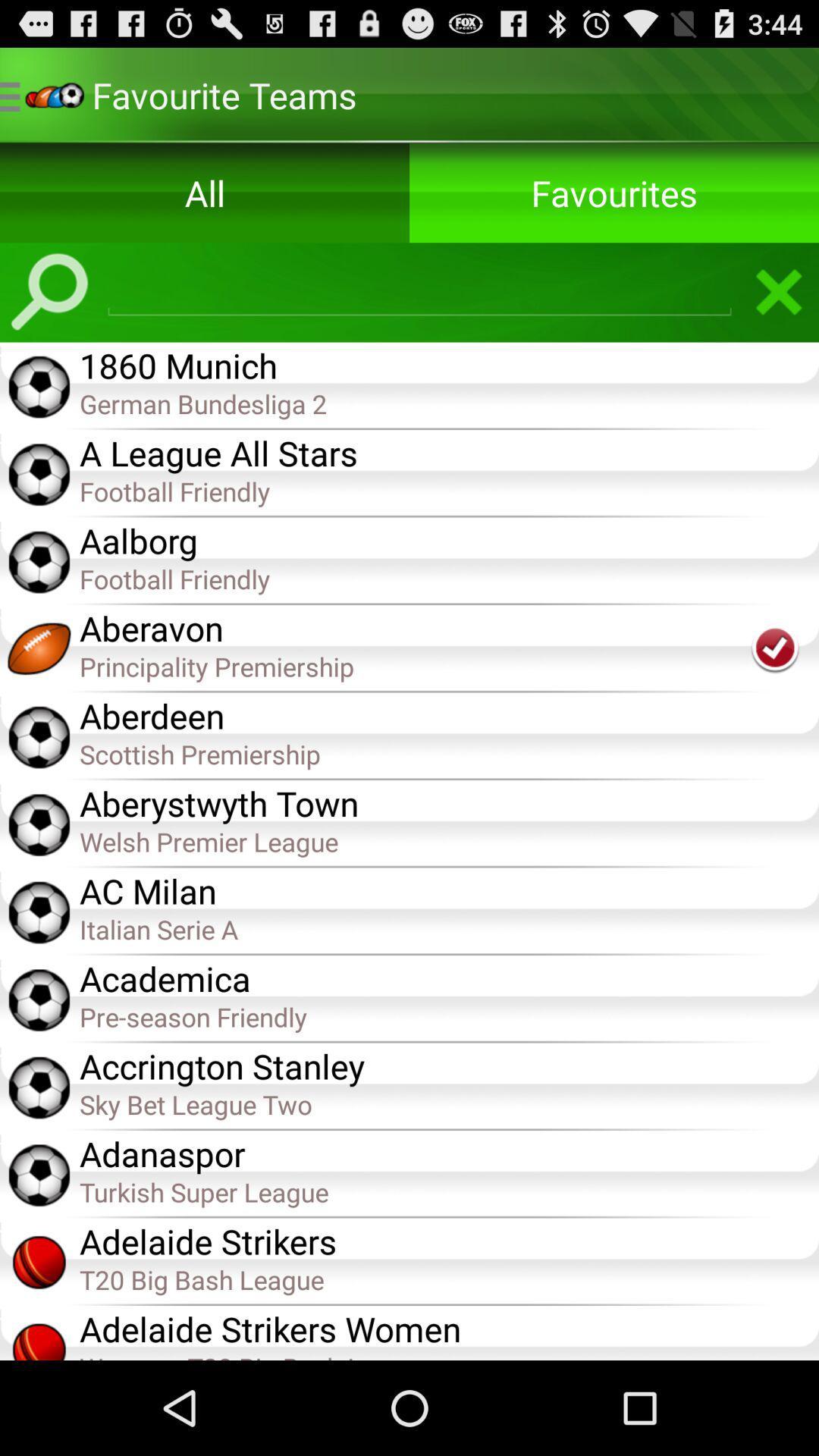 The width and height of the screenshot is (819, 1456). What do you see at coordinates (448, 1016) in the screenshot?
I see `the pre-season friendly` at bounding box center [448, 1016].